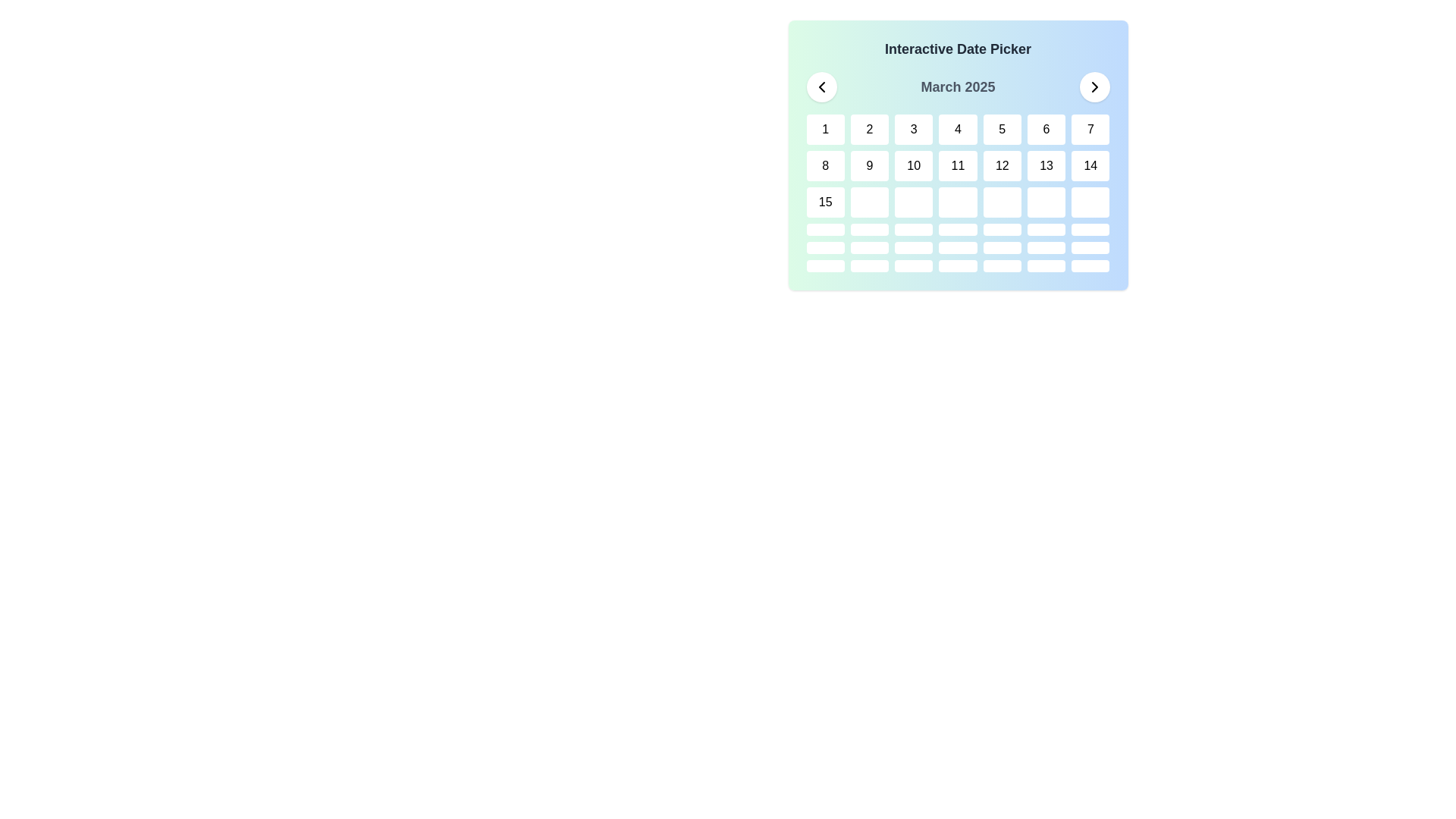 This screenshot has width=1456, height=819. What do you see at coordinates (957, 87) in the screenshot?
I see `the text label that reads 'March 2025', which is styled with a large bold font in gray color and positioned at the top of a calendar interface` at bounding box center [957, 87].